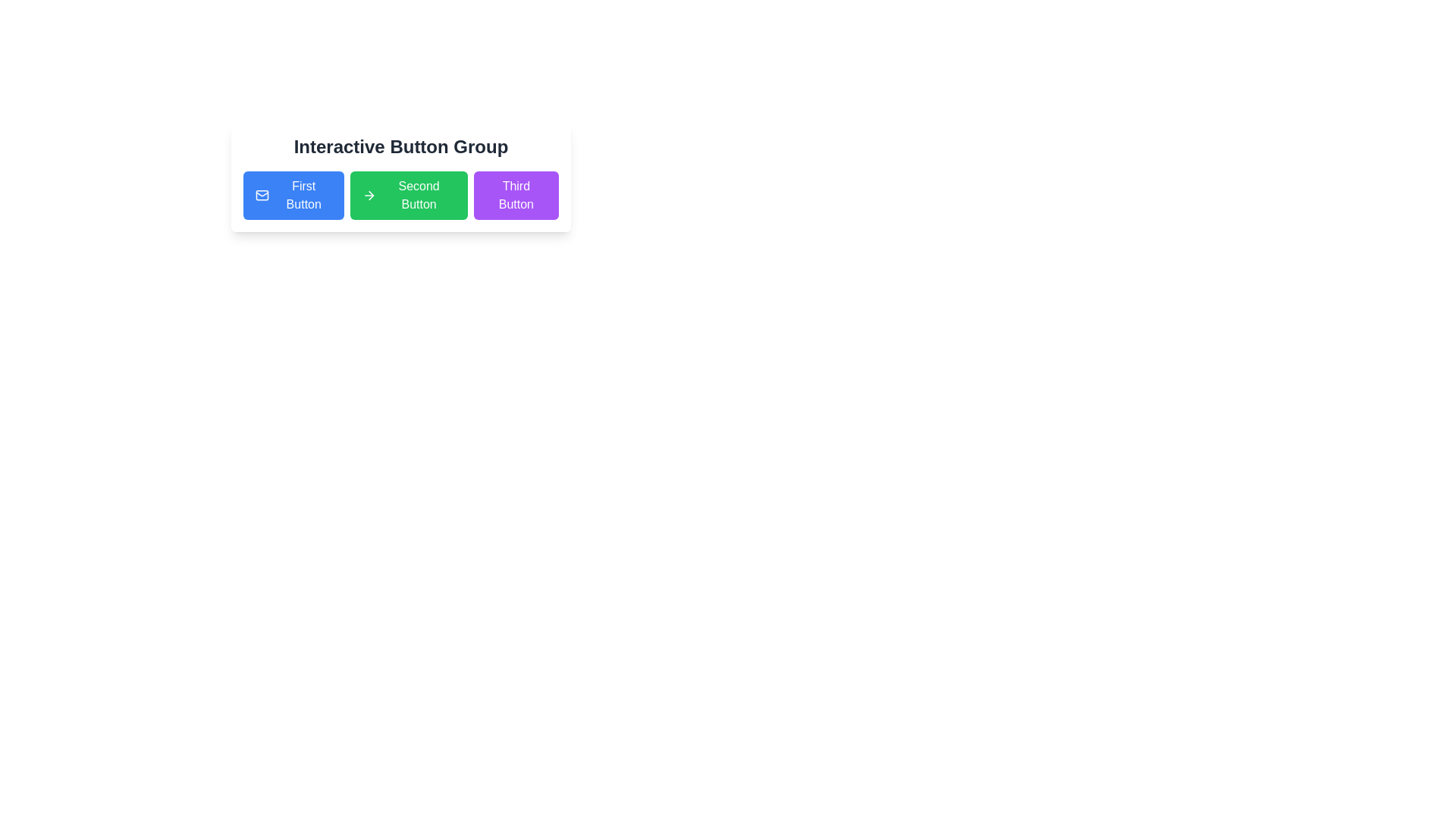 Image resolution: width=1456 pixels, height=819 pixels. Describe the element at coordinates (516, 195) in the screenshot. I see `the purple button labeled 'Third Button'` at that location.